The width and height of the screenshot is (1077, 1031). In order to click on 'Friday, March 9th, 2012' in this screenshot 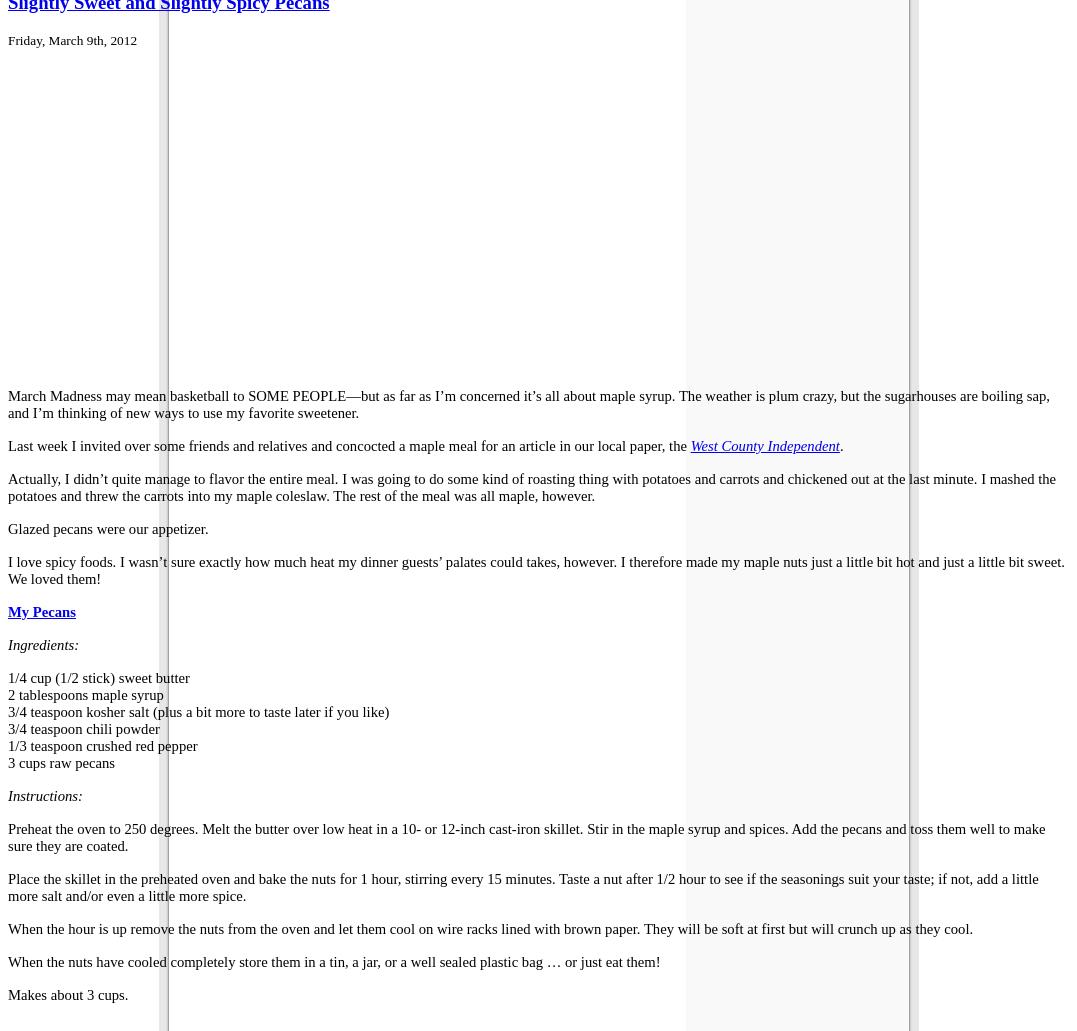, I will do `click(6, 39)`.